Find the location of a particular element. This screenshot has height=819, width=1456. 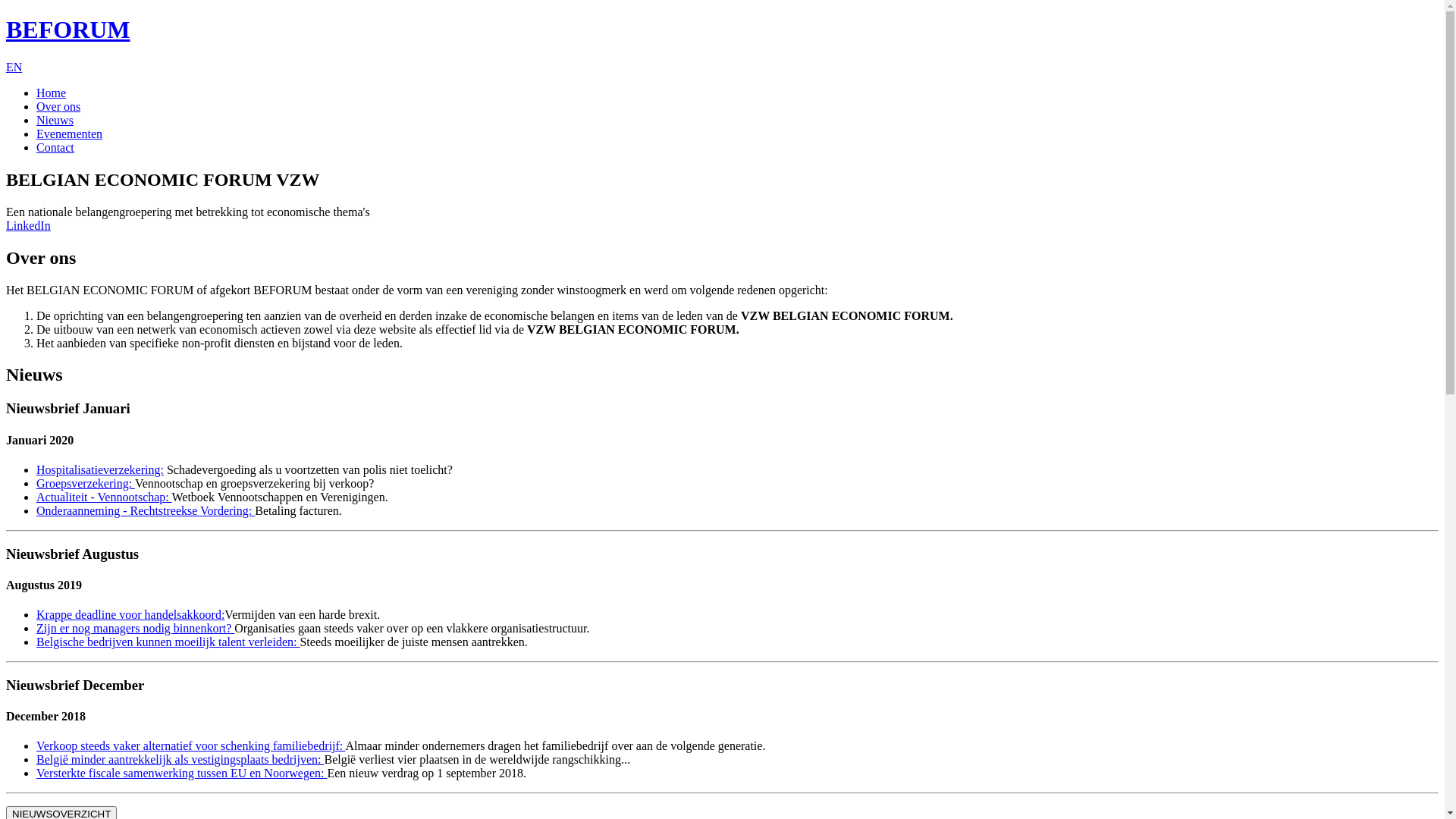

'Krappe deadline voor handelsakkoord:' is located at coordinates (130, 614).